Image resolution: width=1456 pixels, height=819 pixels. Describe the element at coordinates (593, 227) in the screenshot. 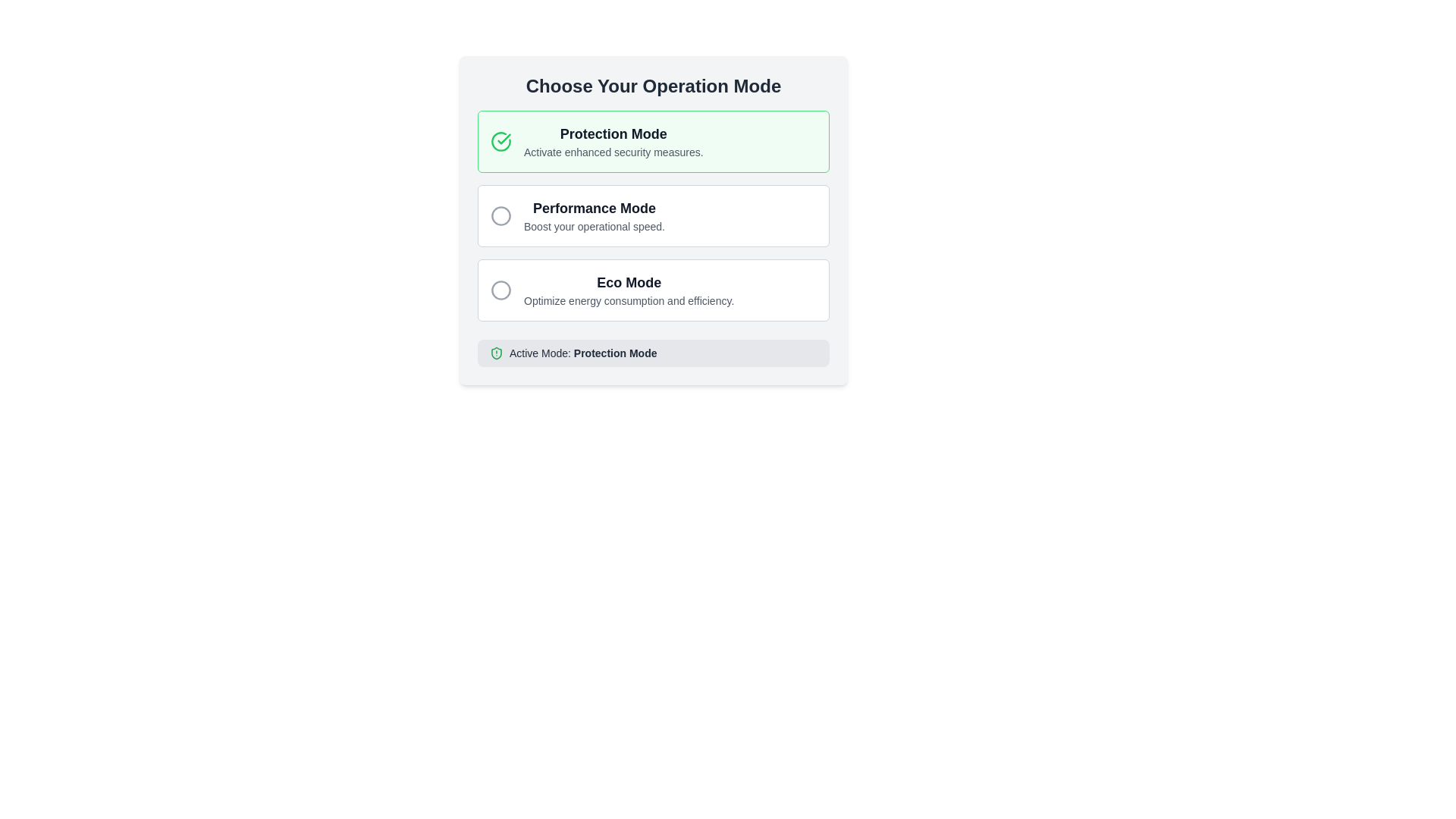

I see `descriptive information text label located below the 'Performance Mode' heading in the middle section of the options group` at that location.